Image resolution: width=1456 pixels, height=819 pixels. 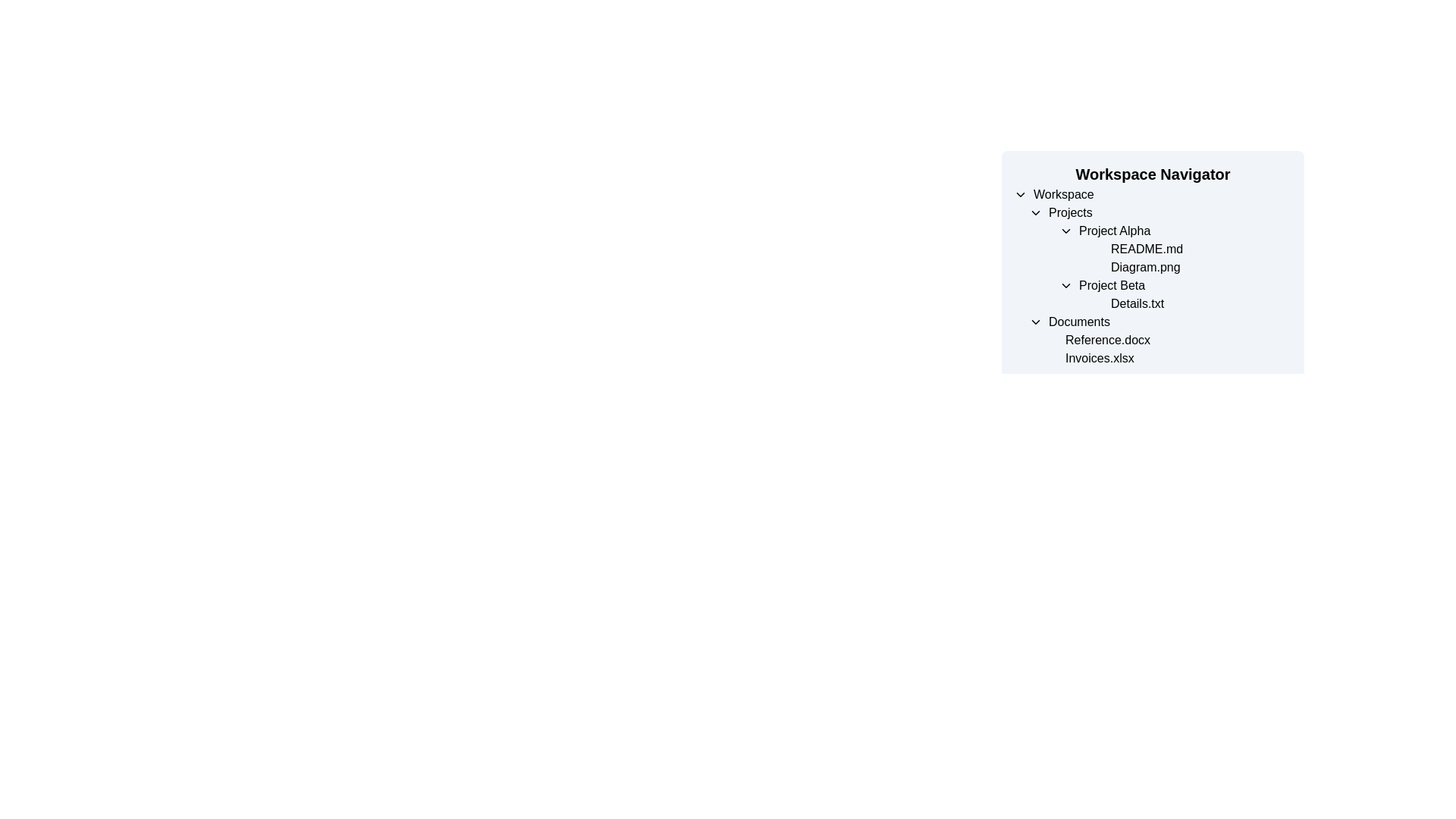 What do you see at coordinates (1159, 248) in the screenshot?
I see `the text label displaying 'README.md' which is the second item under the heading 'Project Alpha' in the file tree view` at bounding box center [1159, 248].